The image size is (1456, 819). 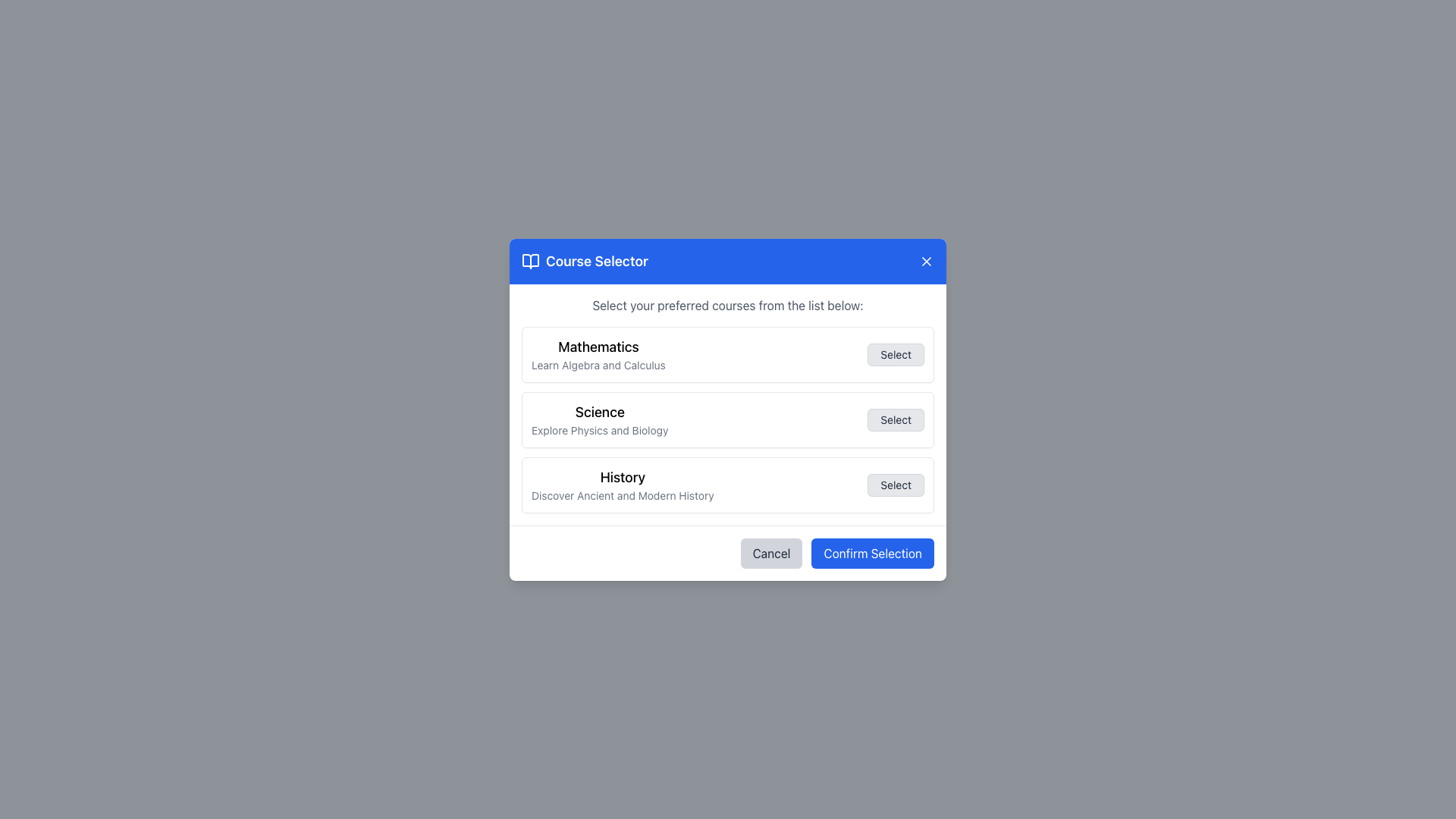 I want to click on the action button located on the right side of the 'Science' row, aligned with the text 'Explore Physics and Biology', so click(x=896, y=419).